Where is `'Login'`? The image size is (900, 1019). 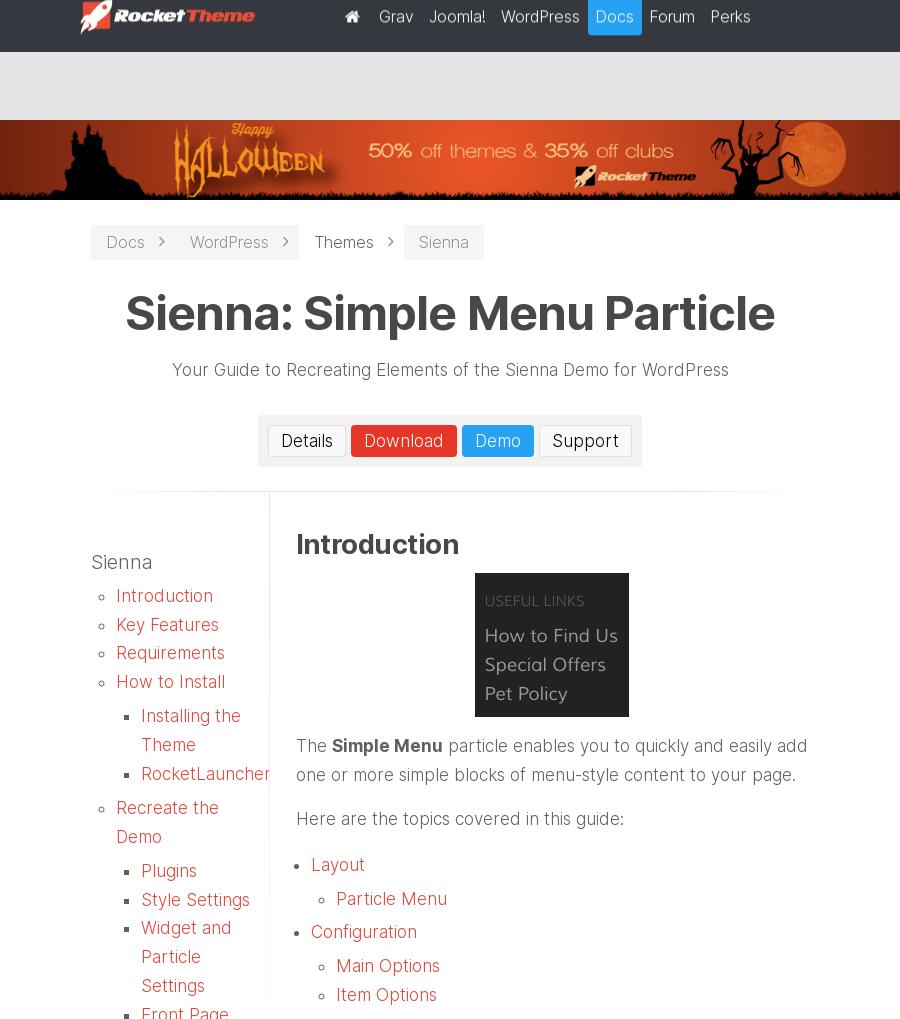
'Login' is located at coordinates (511, 23).